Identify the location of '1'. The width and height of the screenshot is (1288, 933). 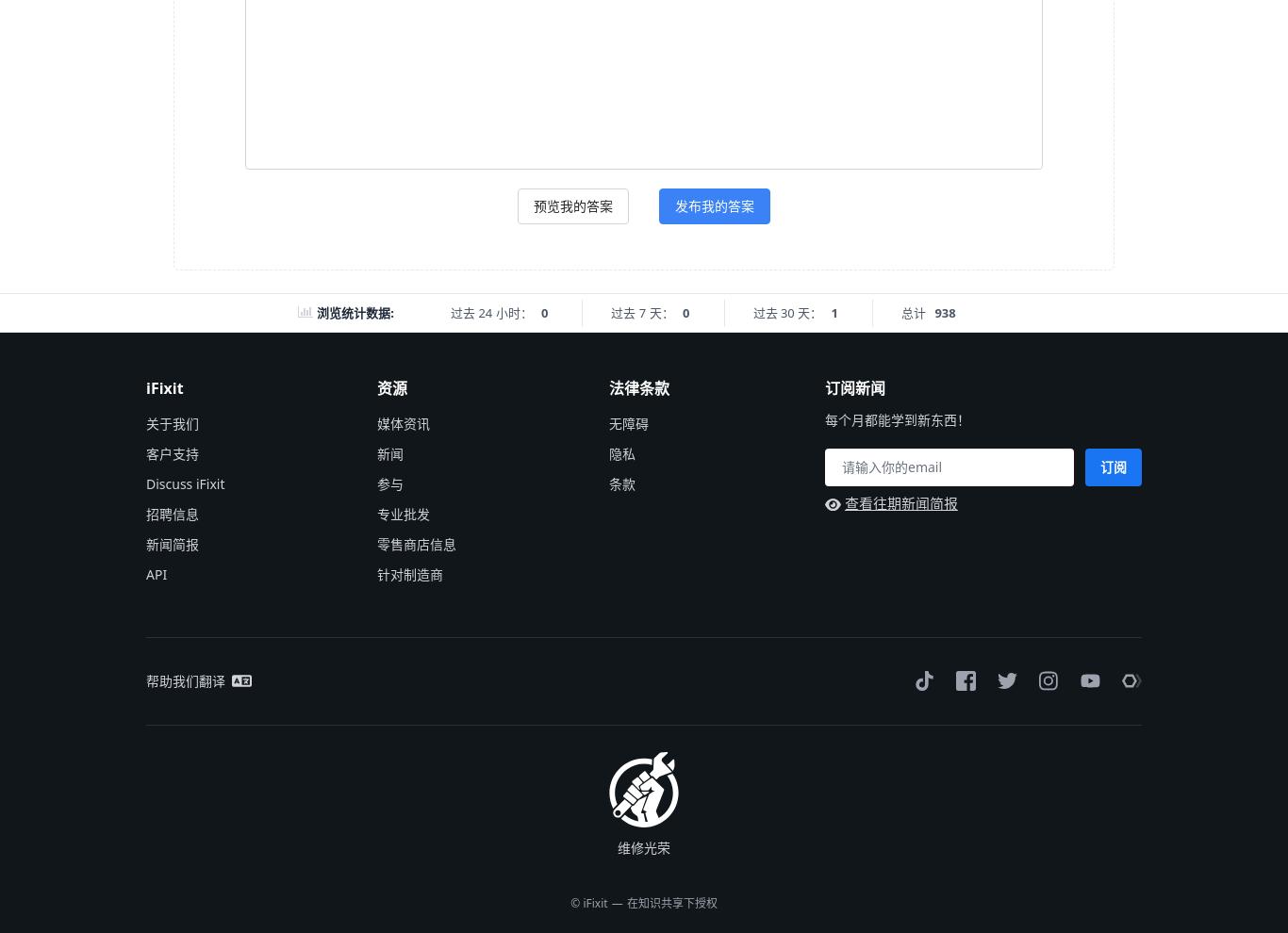
(833, 312).